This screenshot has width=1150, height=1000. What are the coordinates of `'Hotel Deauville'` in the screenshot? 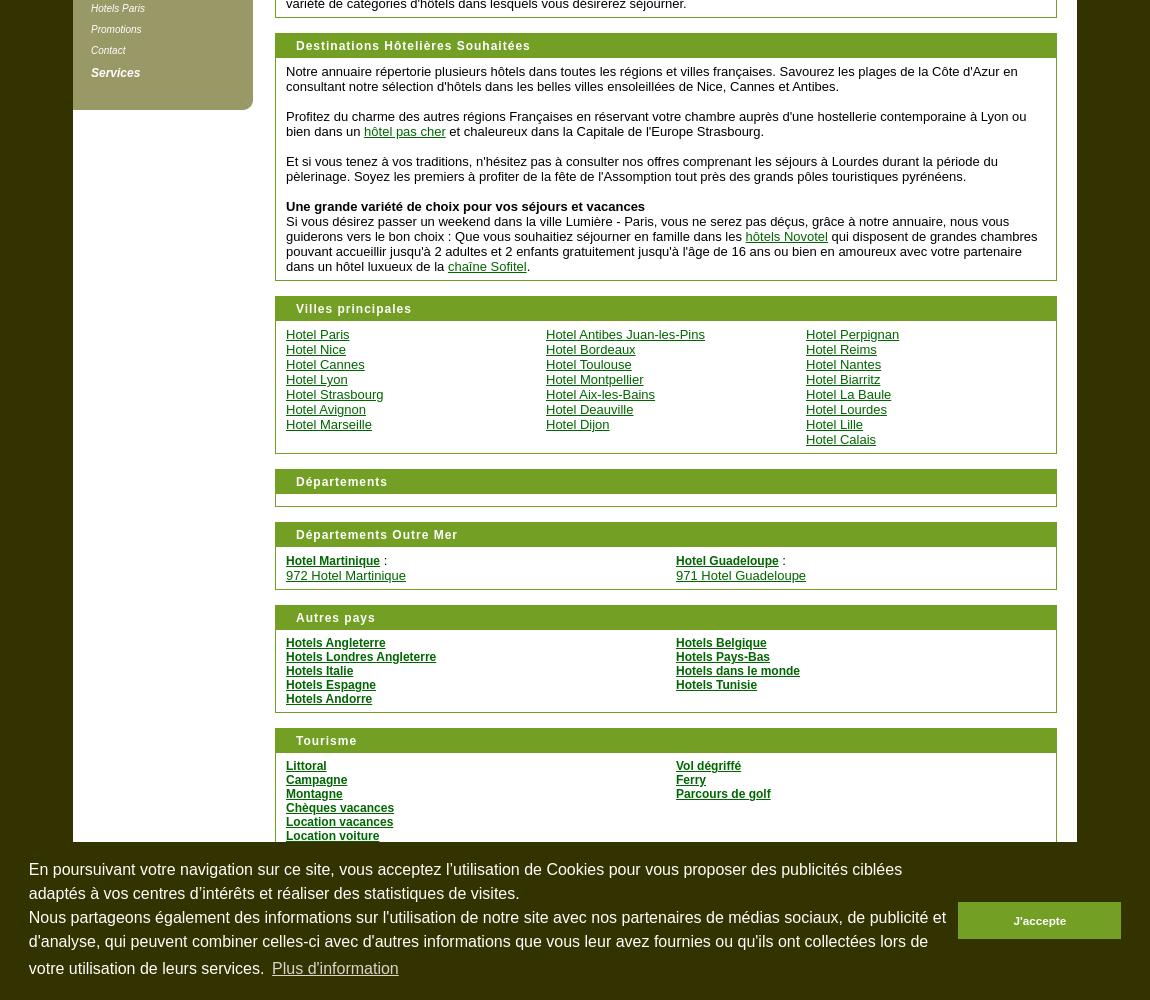 It's located at (588, 409).